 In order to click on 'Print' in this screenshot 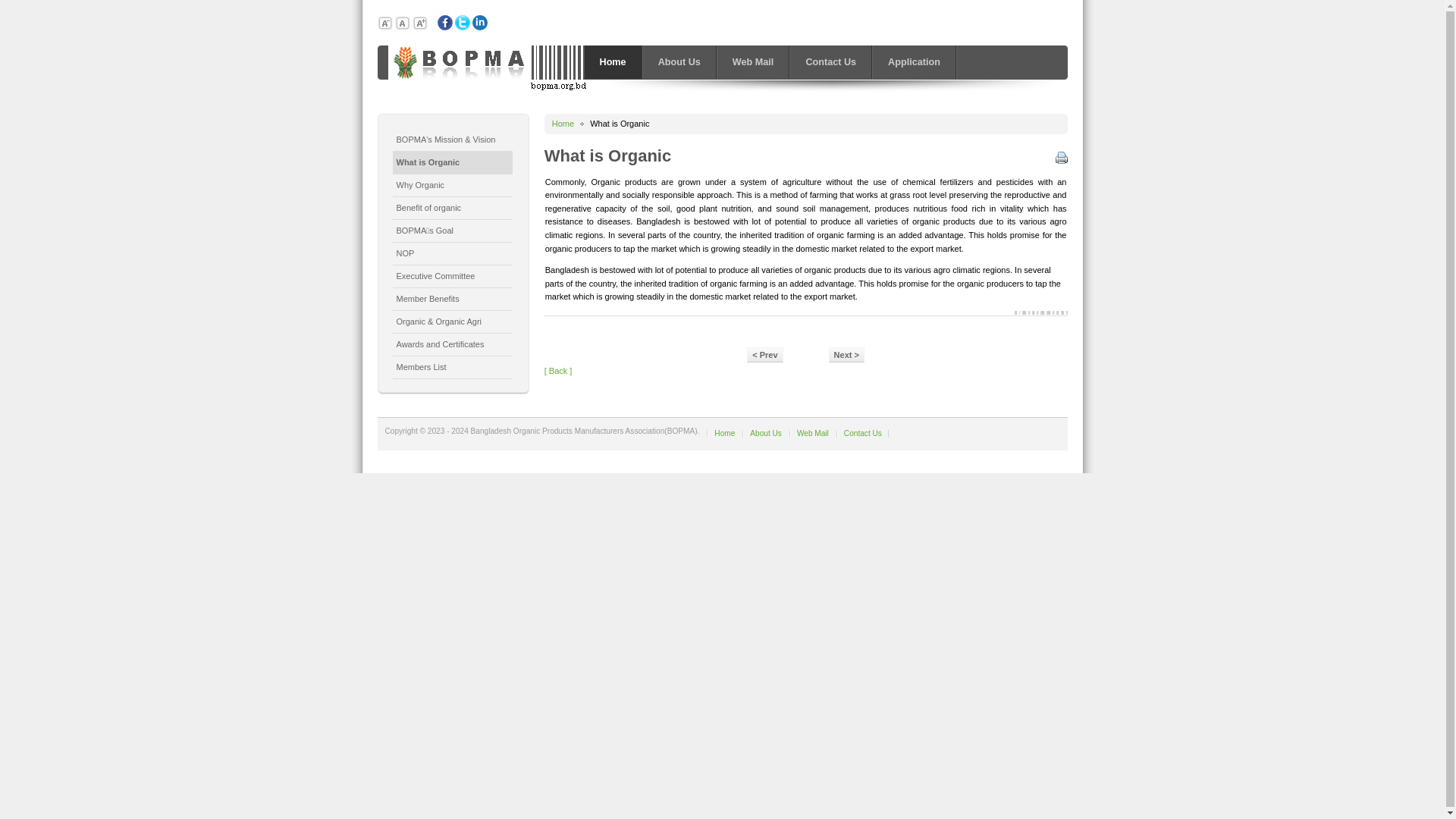, I will do `click(1061, 155)`.